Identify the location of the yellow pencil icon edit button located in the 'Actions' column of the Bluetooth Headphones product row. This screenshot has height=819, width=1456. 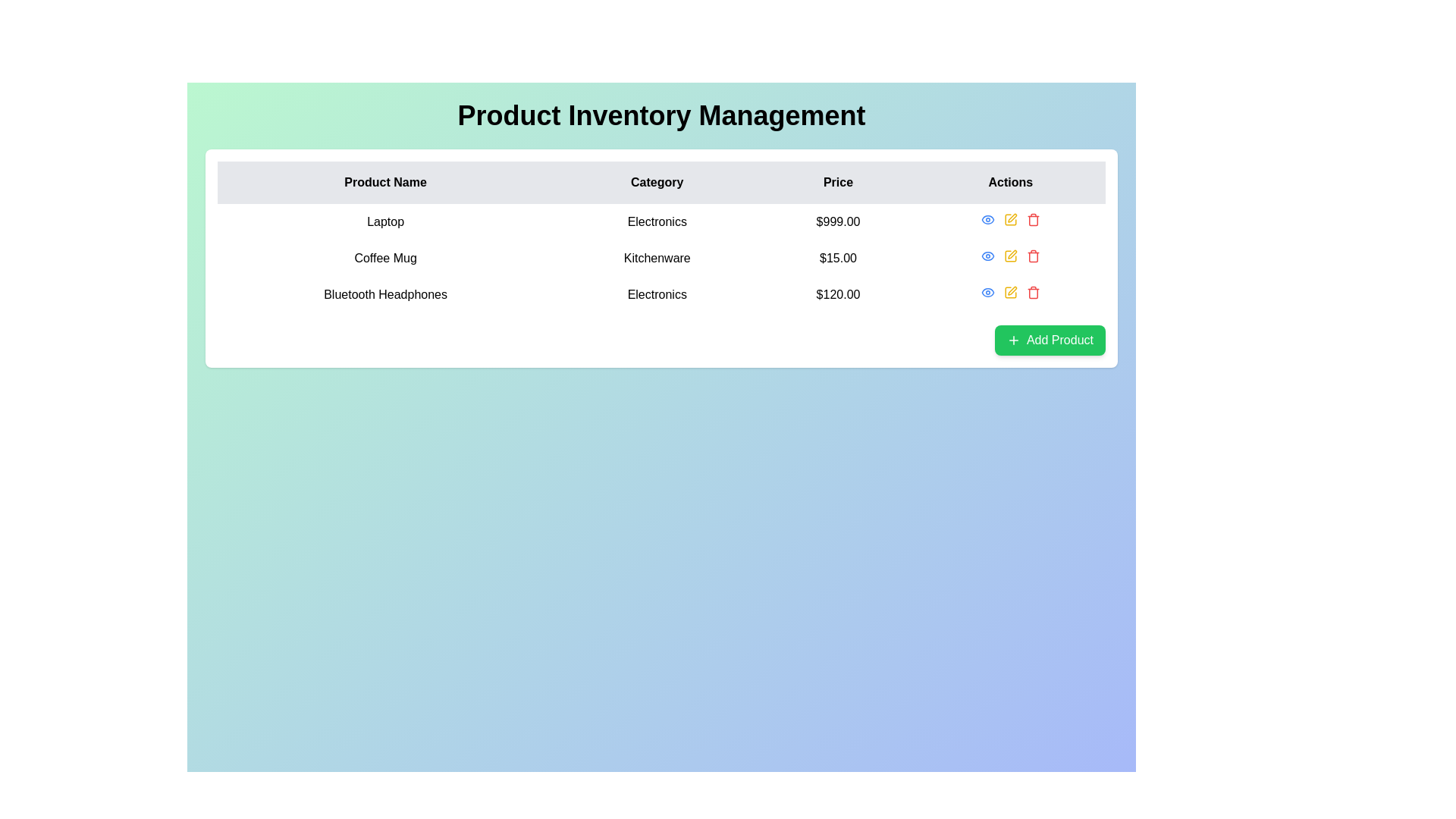
(1010, 292).